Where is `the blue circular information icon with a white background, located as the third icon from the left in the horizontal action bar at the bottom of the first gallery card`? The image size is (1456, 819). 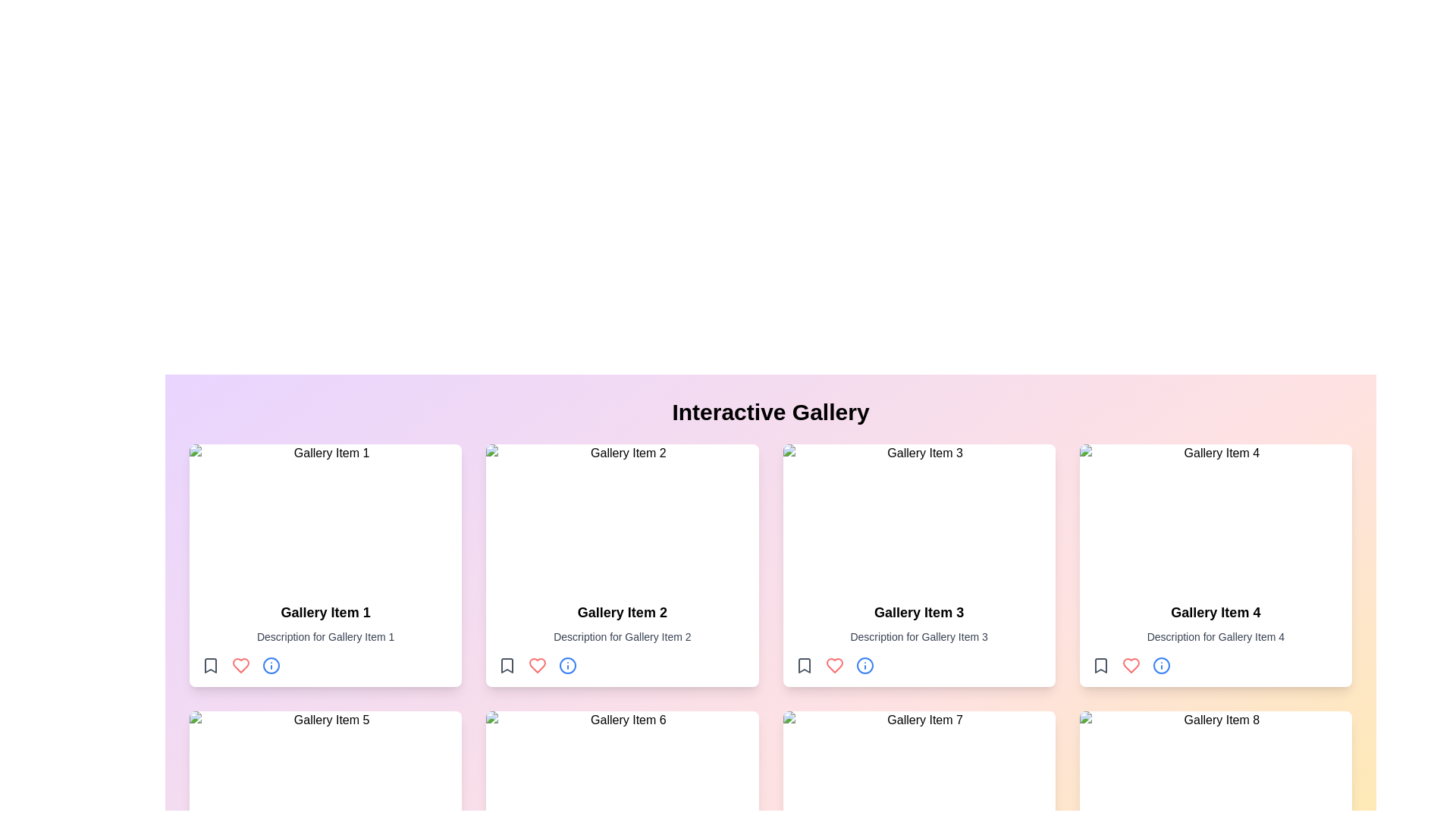
the blue circular information icon with a white background, located as the third icon from the left in the horizontal action bar at the bottom of the first gallery card is located at coordinates (271, 665).